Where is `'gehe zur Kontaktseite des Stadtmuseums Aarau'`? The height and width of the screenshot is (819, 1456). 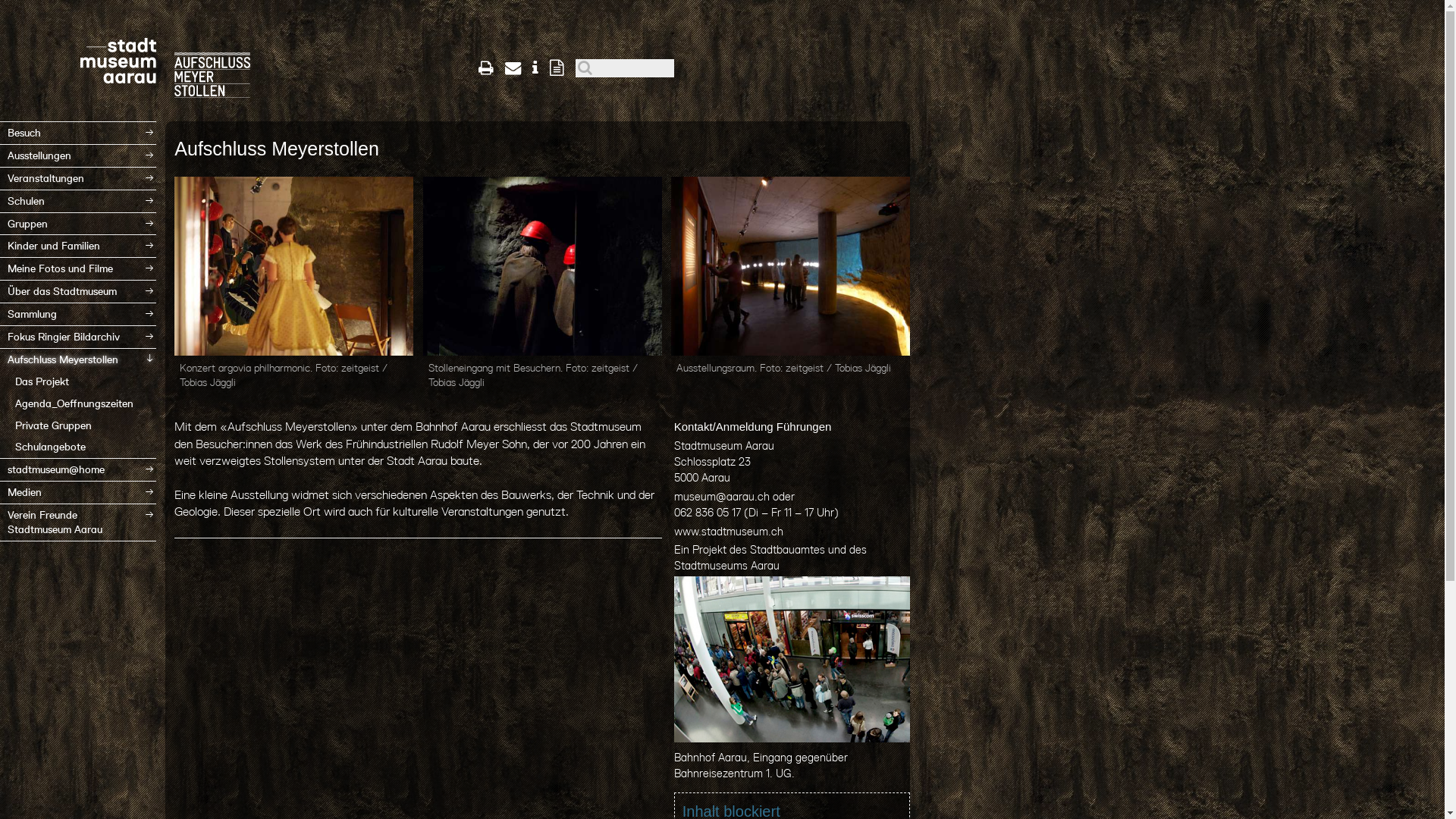
'gehe zur Kontaktseite des Stadtmuseums Aarau' is located at coordinates (513, 67).